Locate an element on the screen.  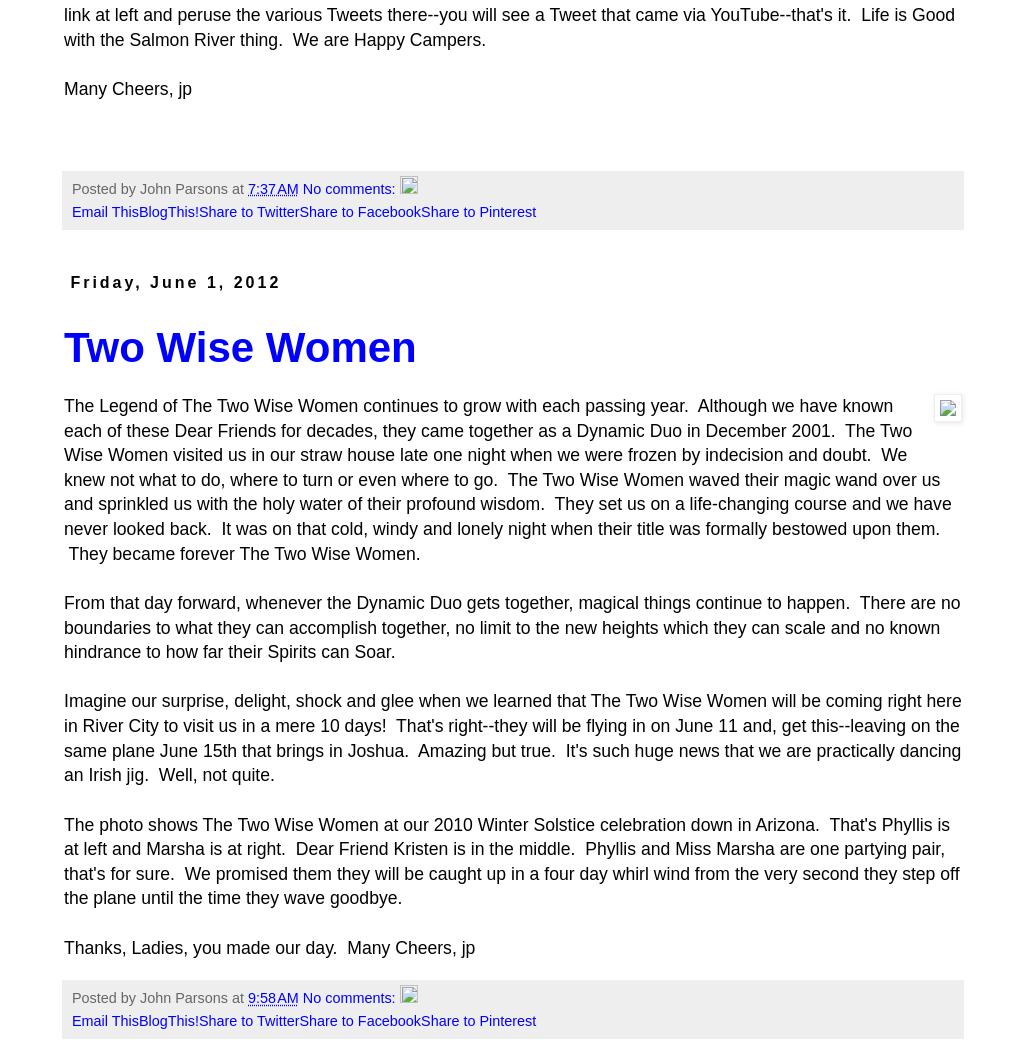
'Two Wise Women' is located at coordinates (239, 347).